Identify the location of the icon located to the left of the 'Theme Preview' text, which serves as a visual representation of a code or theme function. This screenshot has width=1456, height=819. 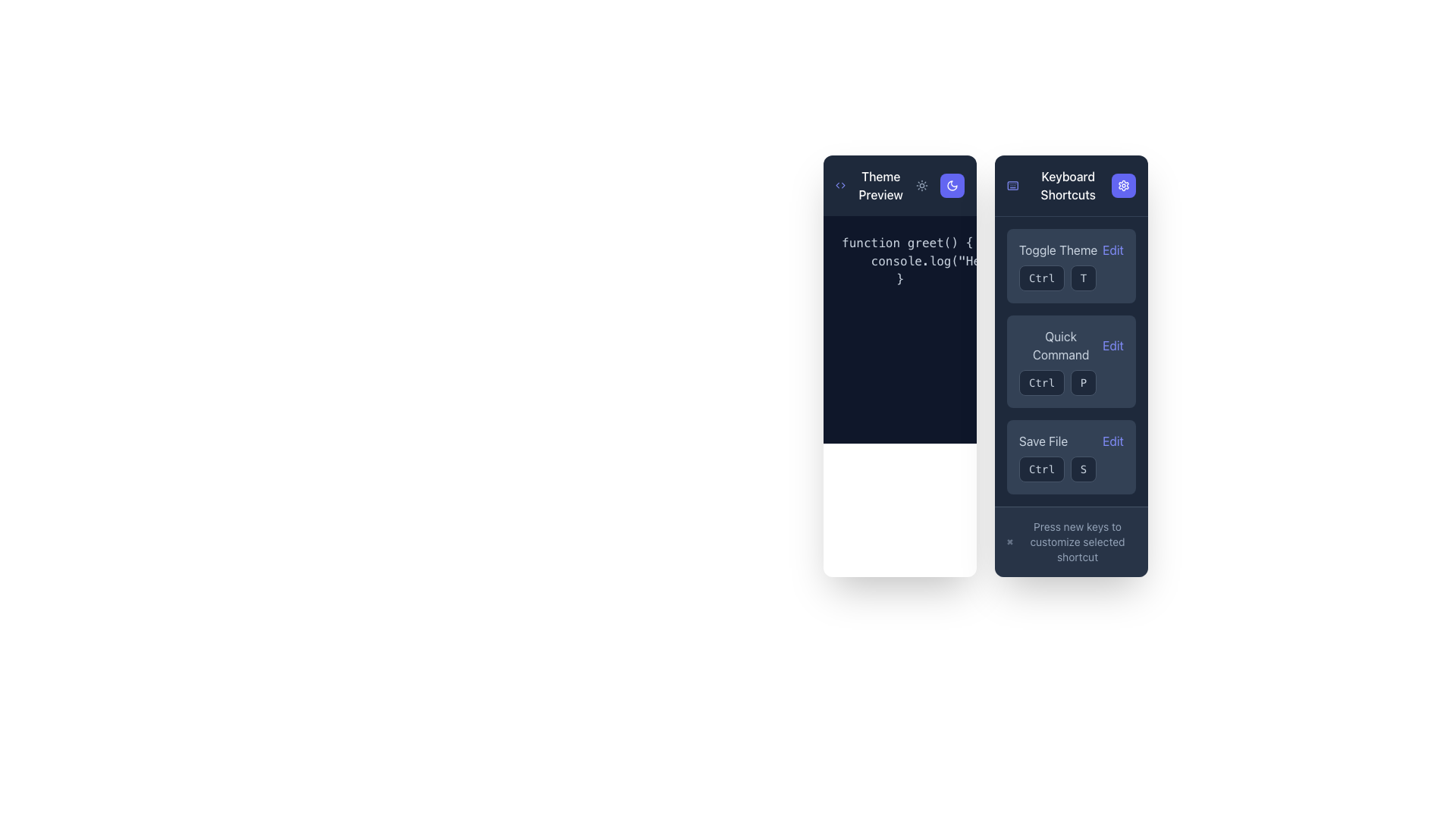
(839, 185).